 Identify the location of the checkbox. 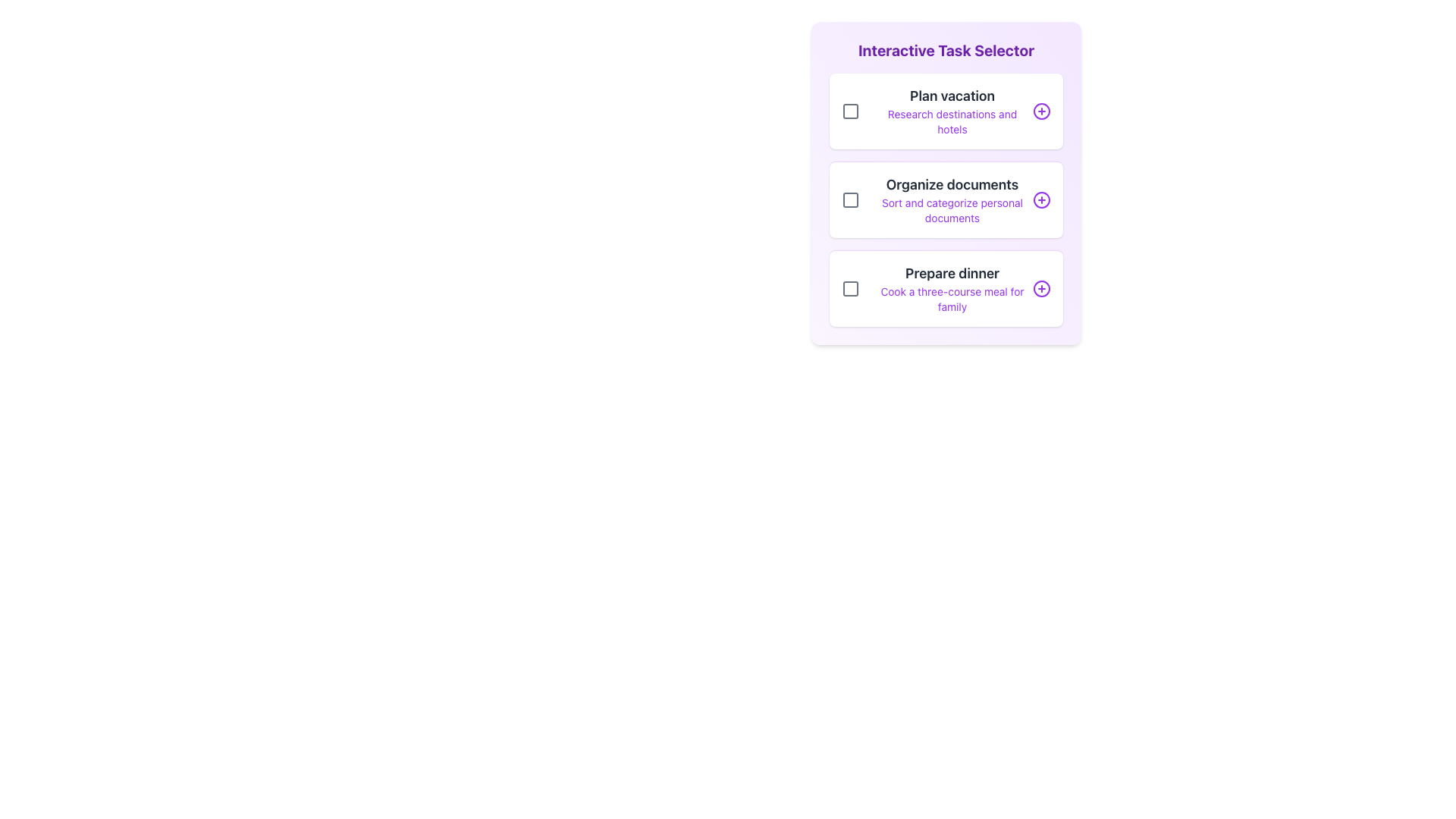
(851, 199).